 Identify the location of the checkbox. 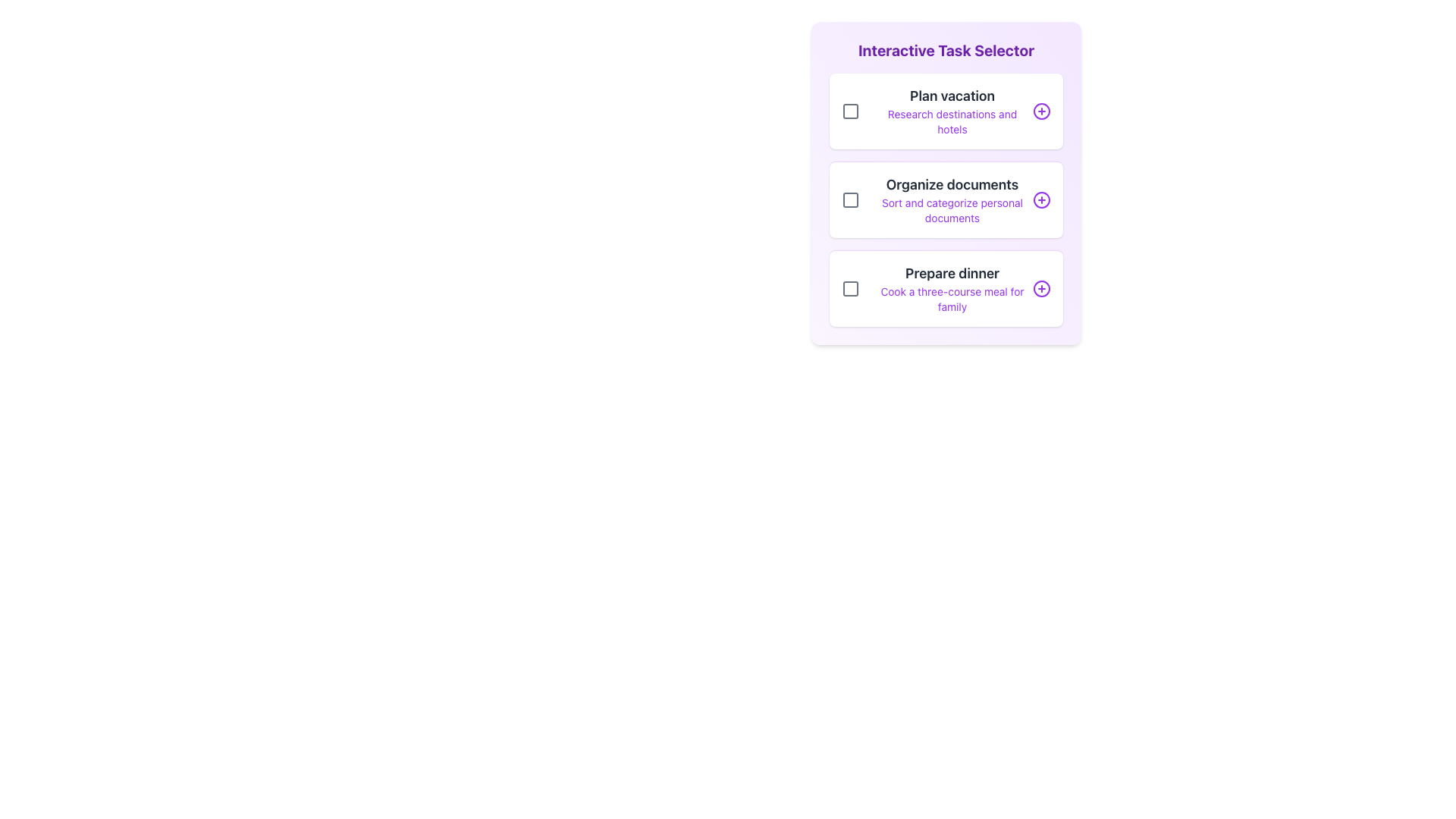
(851, 199).